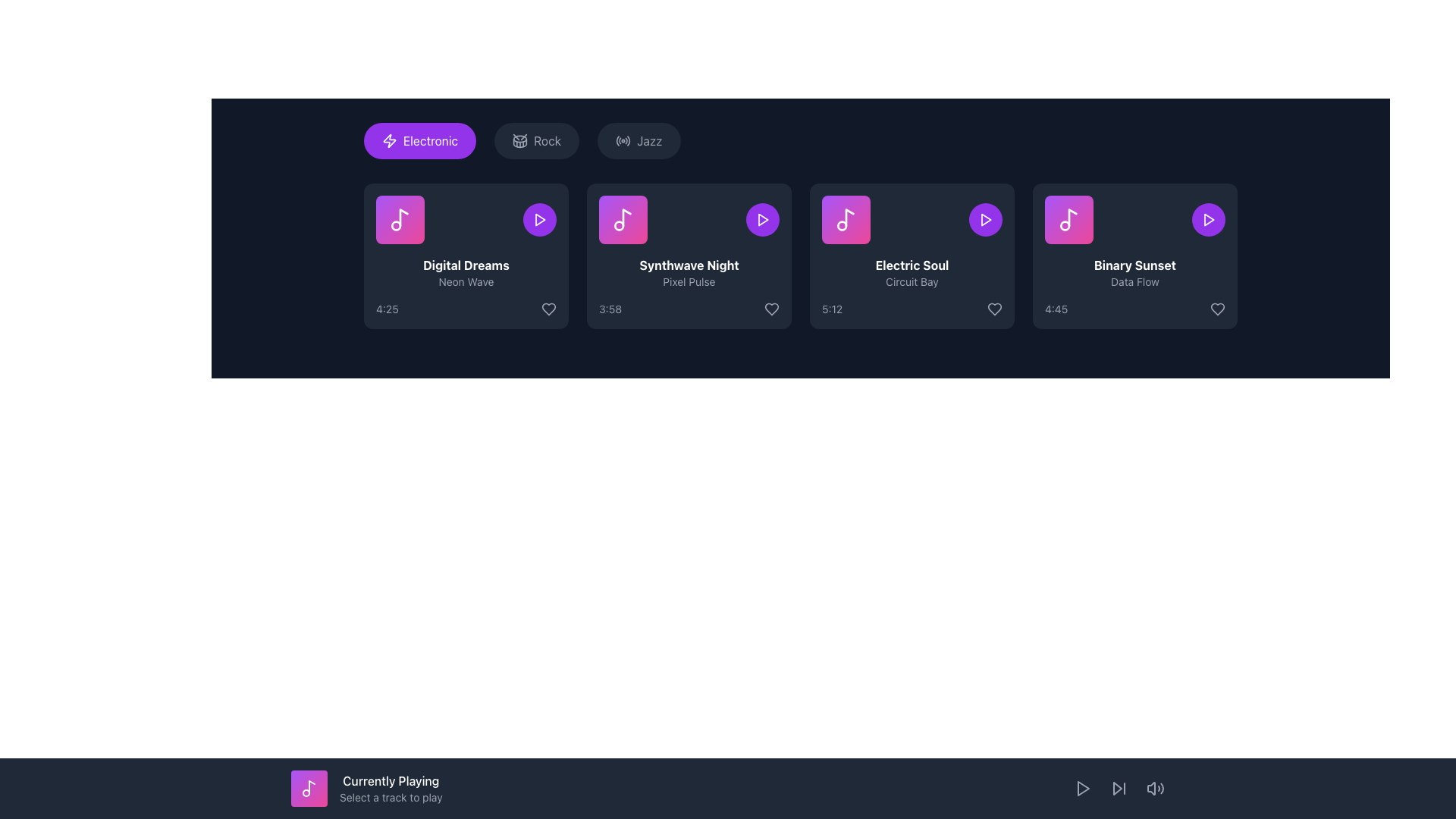  What do you see at coordinates (763, 219) in the screenshot?
I see `the circular play button with a purple gradient background located at the top-right corner of the 'Synthwave Night' track card to play the track` at bounding box center [763, 219].